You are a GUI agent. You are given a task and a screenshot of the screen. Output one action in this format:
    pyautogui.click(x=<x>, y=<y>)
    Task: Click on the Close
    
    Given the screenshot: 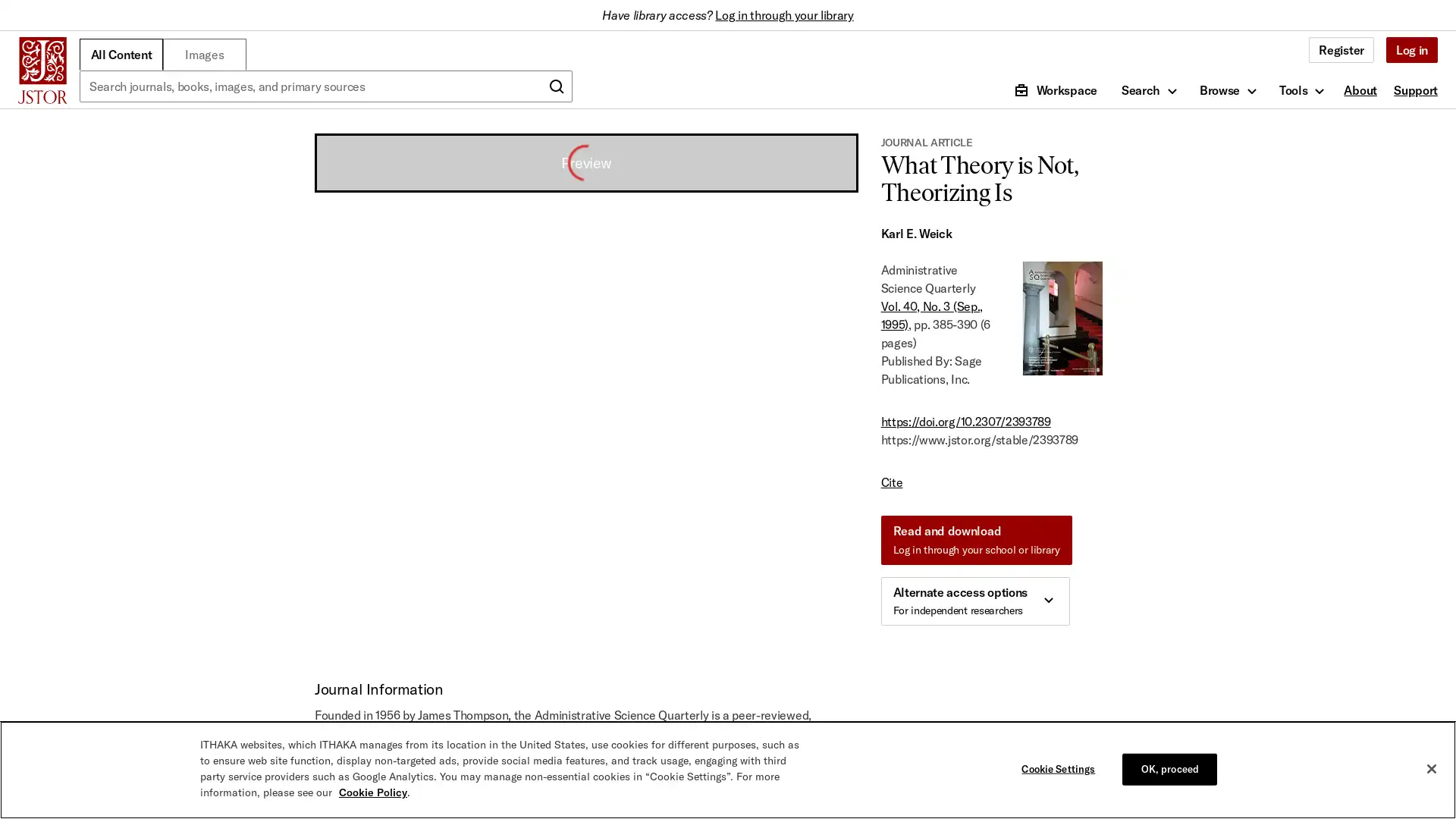 What is the action you would take?
    pyautogui.click(x=1430, y=769)
    